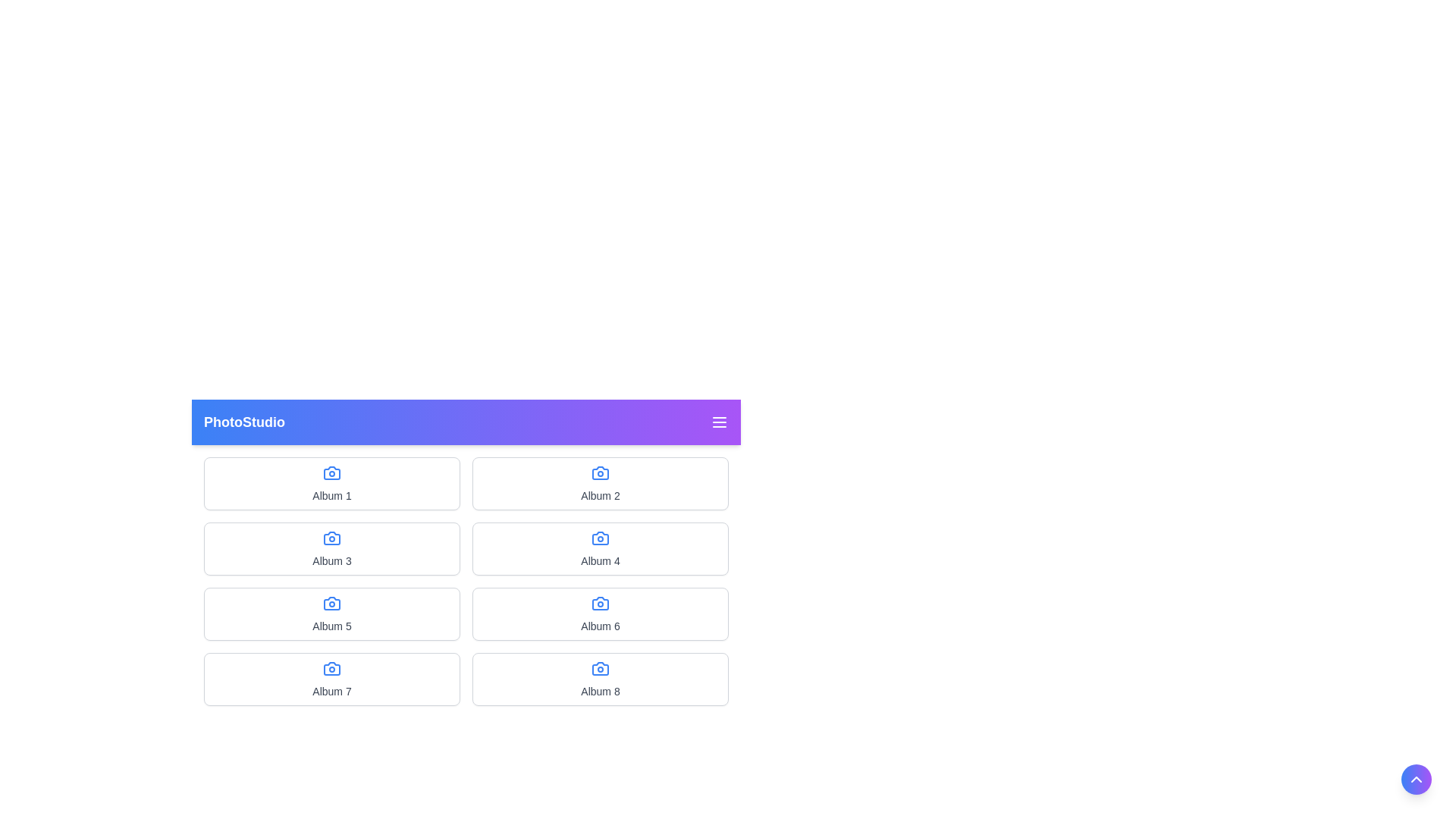 The image size is (1456, 819). I want to click on the outer shape of the camera icon in the eighth album card located in the second column of the fourth row, so click(600, 668).